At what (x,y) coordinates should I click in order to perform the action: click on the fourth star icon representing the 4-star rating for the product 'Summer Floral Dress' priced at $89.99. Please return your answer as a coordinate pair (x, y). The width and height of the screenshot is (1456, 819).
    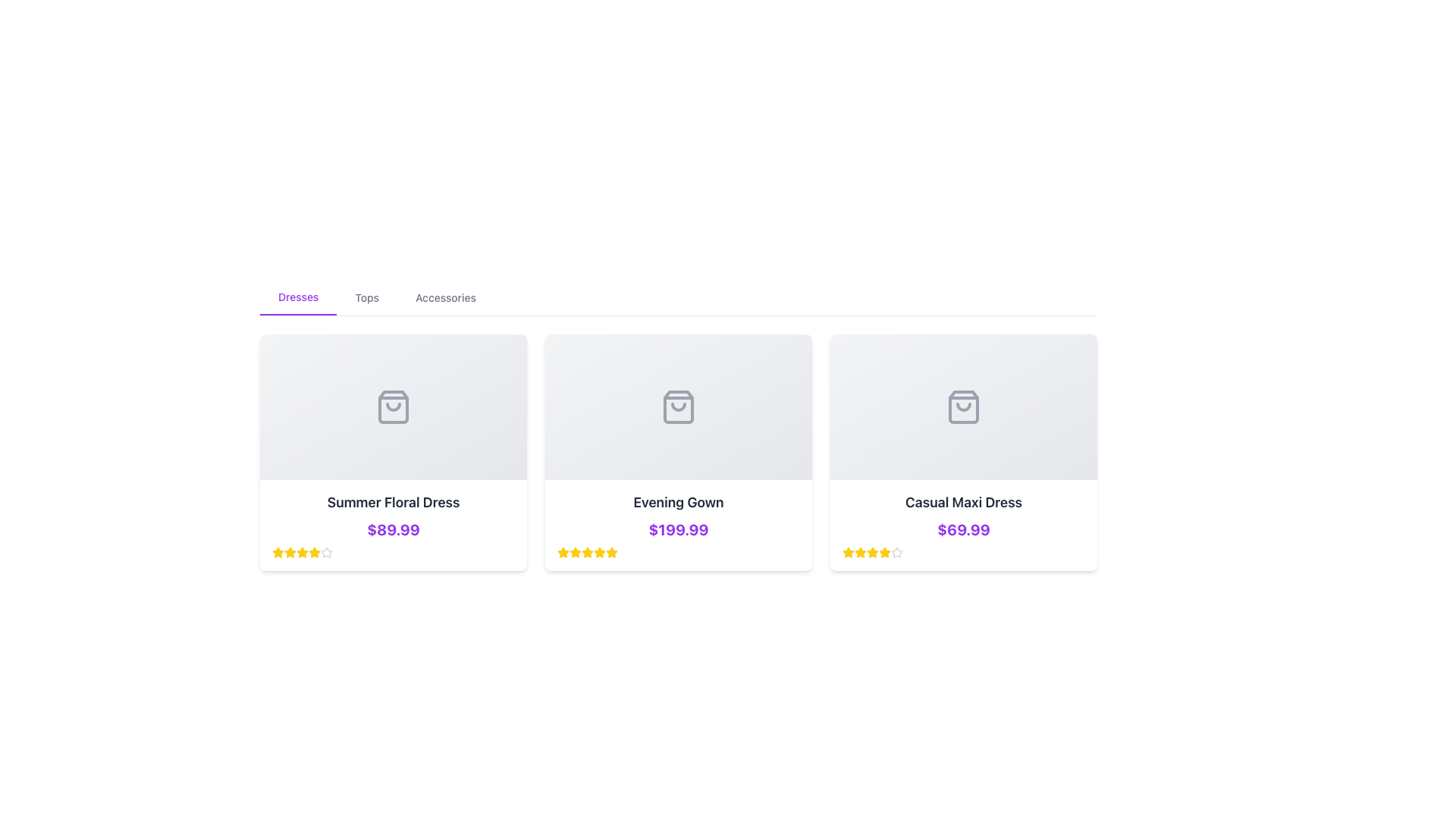
    Looking at the image, I should click on (326, 552).